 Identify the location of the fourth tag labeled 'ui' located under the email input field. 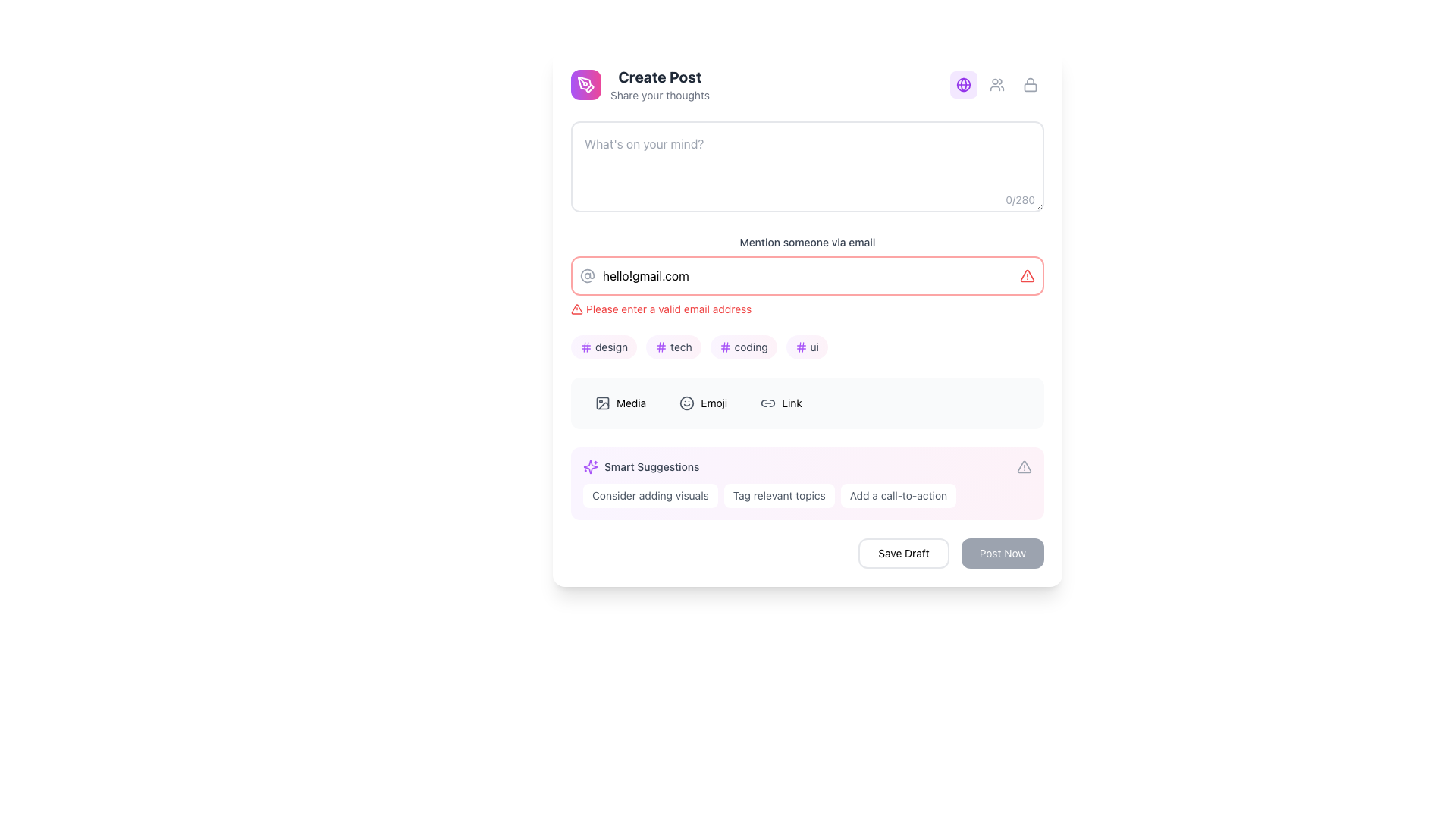
(806, 347).